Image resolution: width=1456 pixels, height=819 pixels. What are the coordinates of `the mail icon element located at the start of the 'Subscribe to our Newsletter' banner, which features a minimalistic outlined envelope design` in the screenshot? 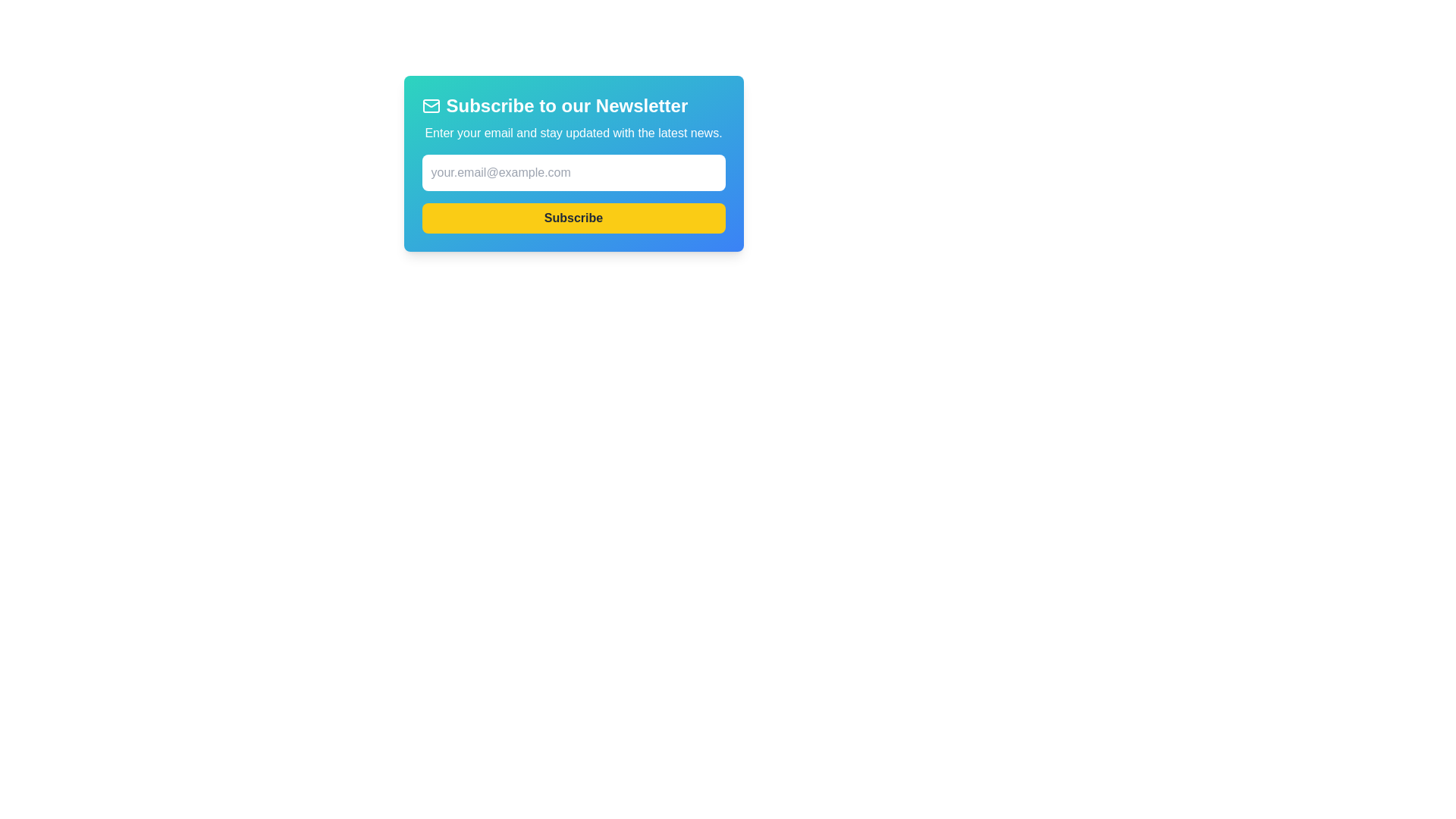 It's located at (430, 105).